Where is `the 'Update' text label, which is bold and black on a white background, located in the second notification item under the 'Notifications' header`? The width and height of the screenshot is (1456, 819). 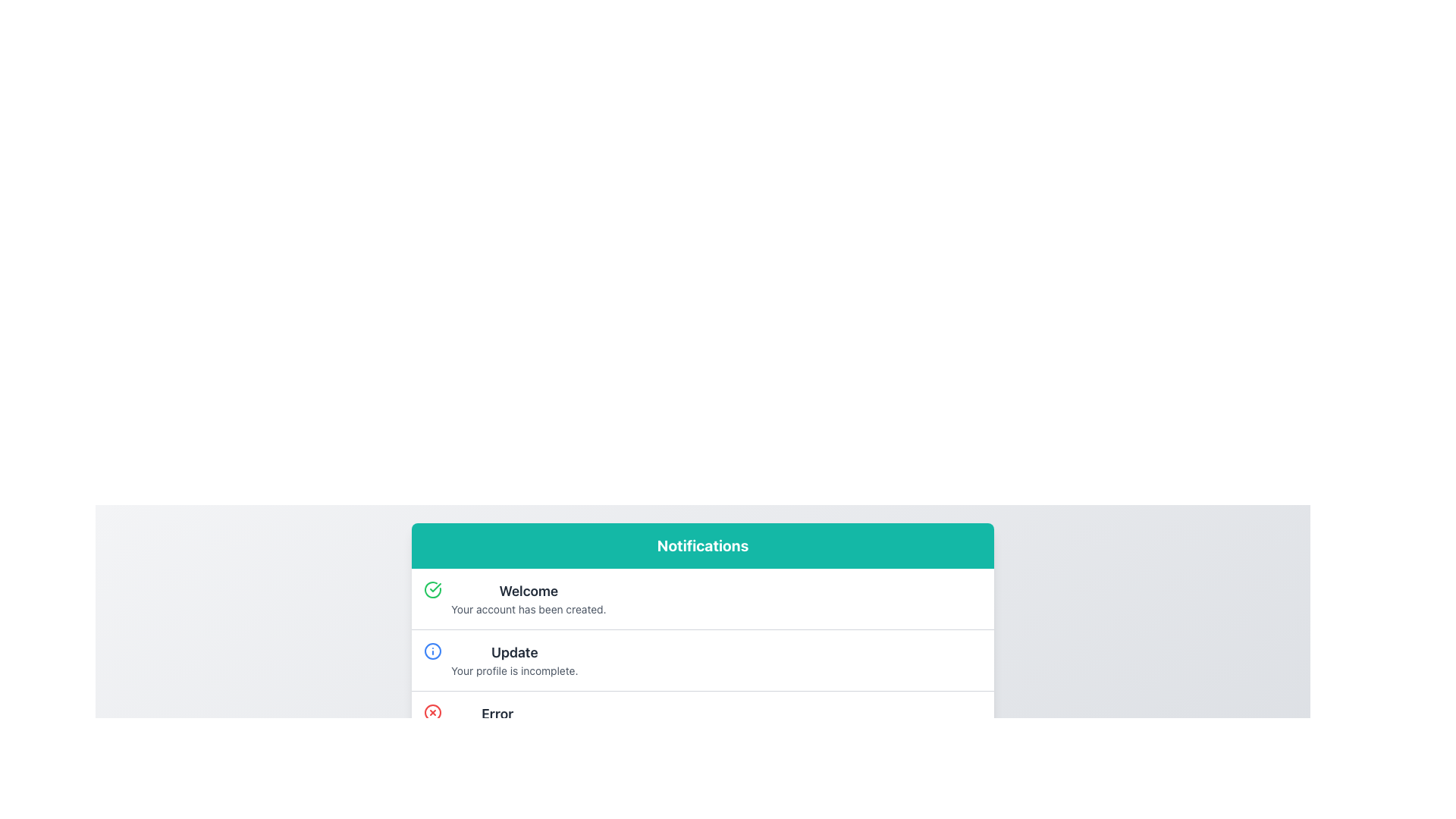 the 'Update' text label, which is bold and black on a white background, located in the second notification item under the 'Notifications' header is located at coordinates (514, 651).